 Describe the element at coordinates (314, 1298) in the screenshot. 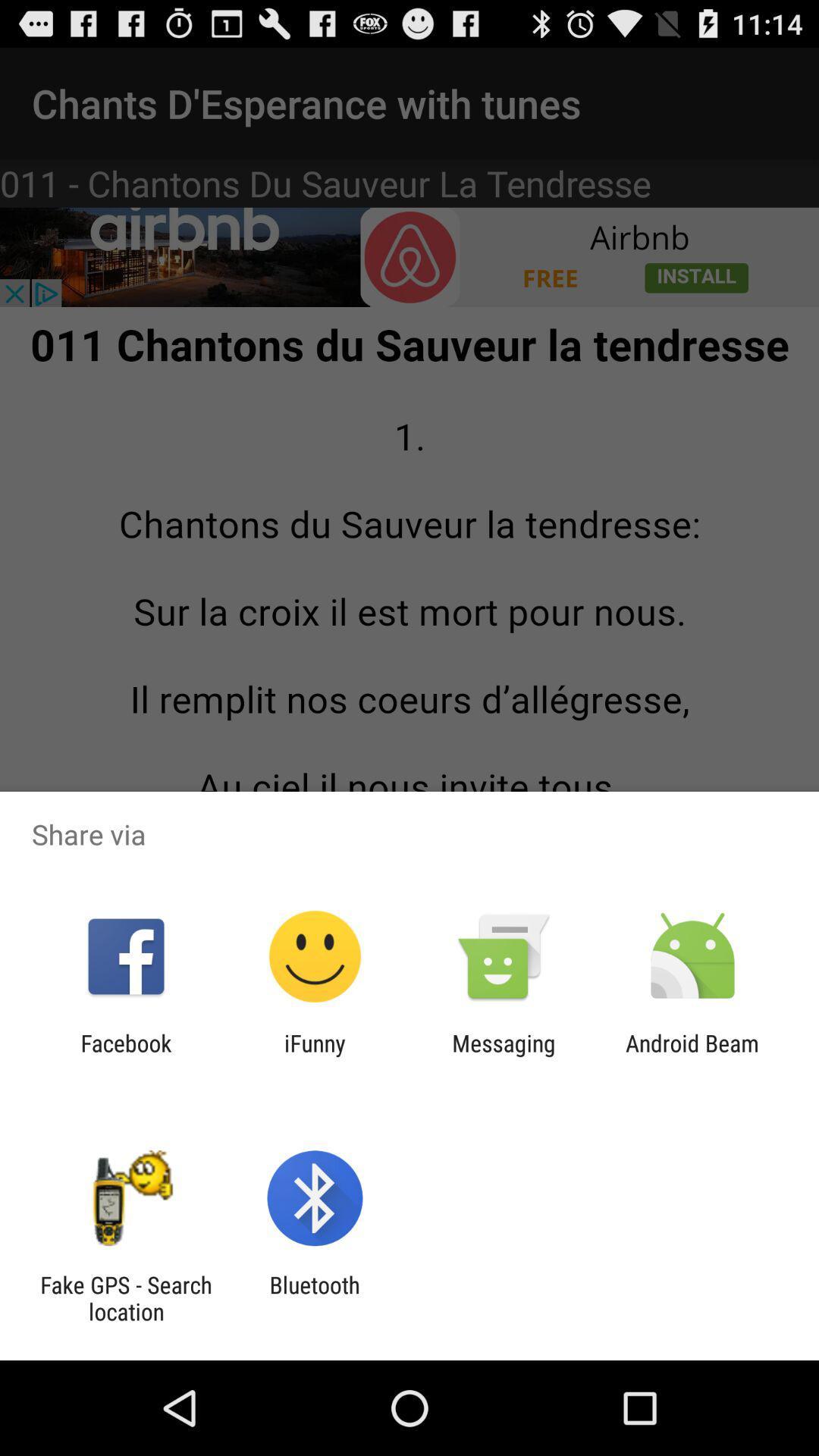

I see `app next to fake gps search icon` at that location.